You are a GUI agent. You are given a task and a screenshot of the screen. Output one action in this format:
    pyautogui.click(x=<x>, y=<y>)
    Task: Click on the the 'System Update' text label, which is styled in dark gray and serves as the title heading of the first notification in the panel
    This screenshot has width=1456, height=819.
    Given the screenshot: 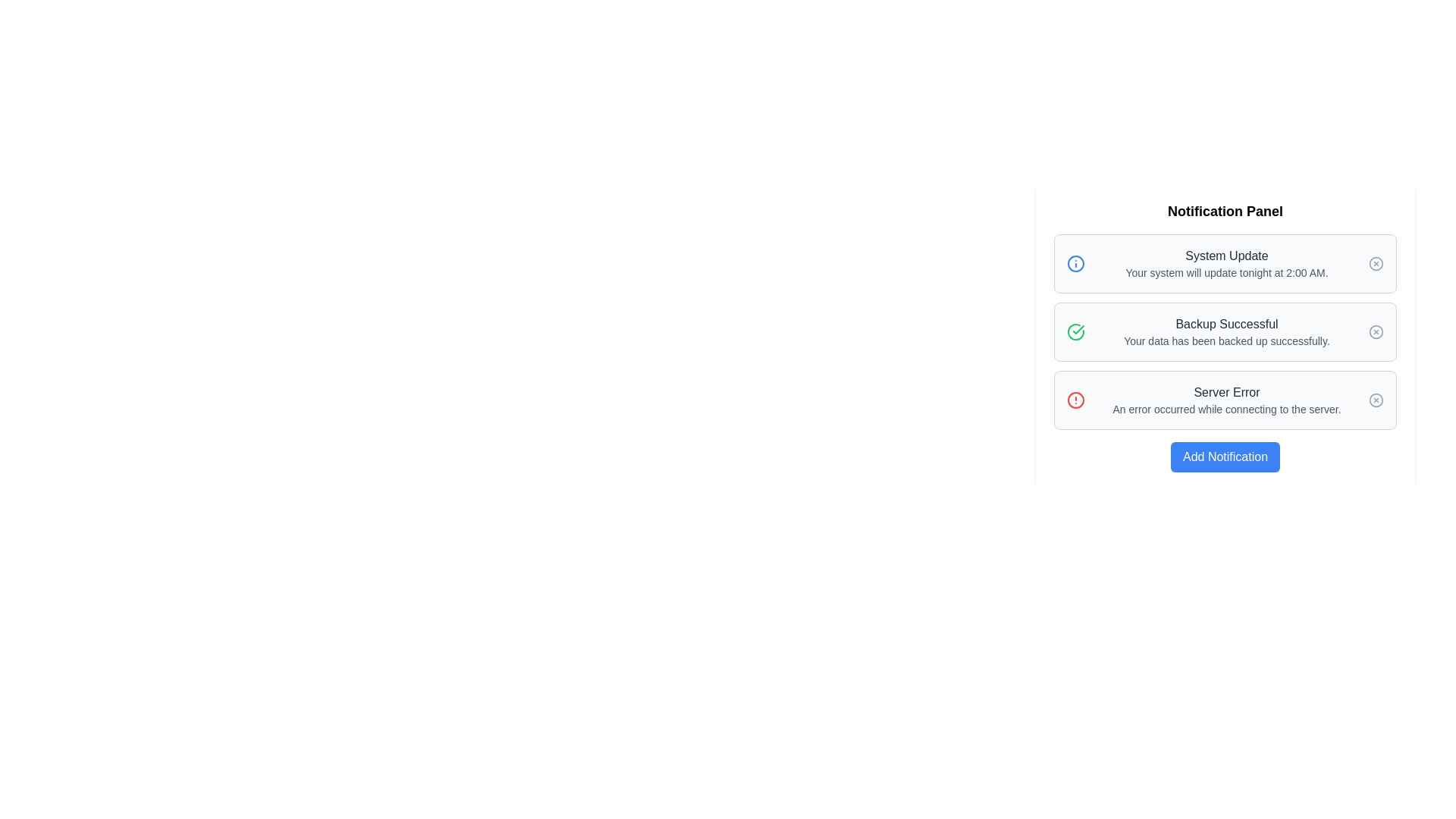 What is the action you would take?
    pyautogui.click(x=1226, y=256)
    